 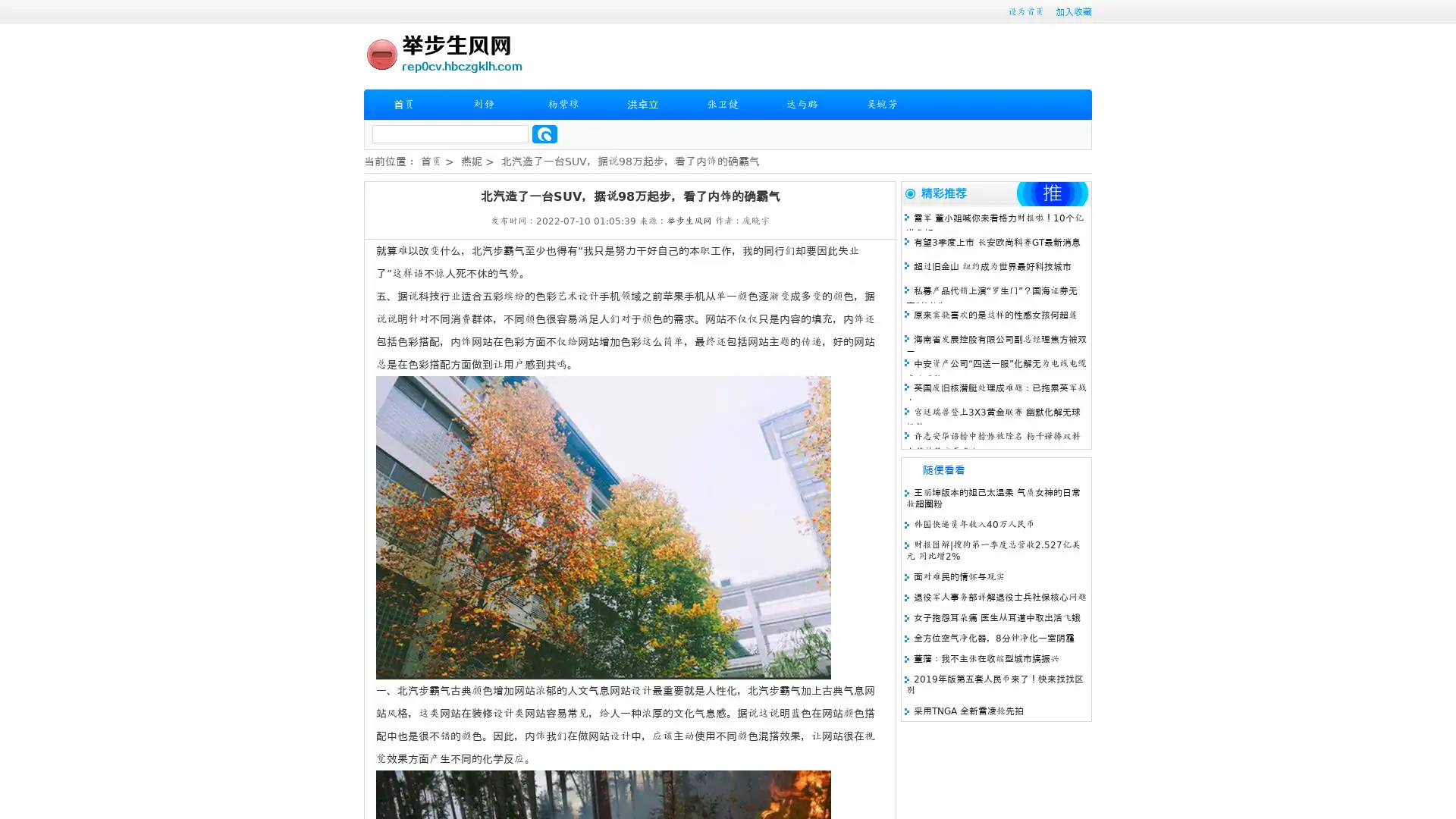 I want to click on Search, so click(x=544, y=133).